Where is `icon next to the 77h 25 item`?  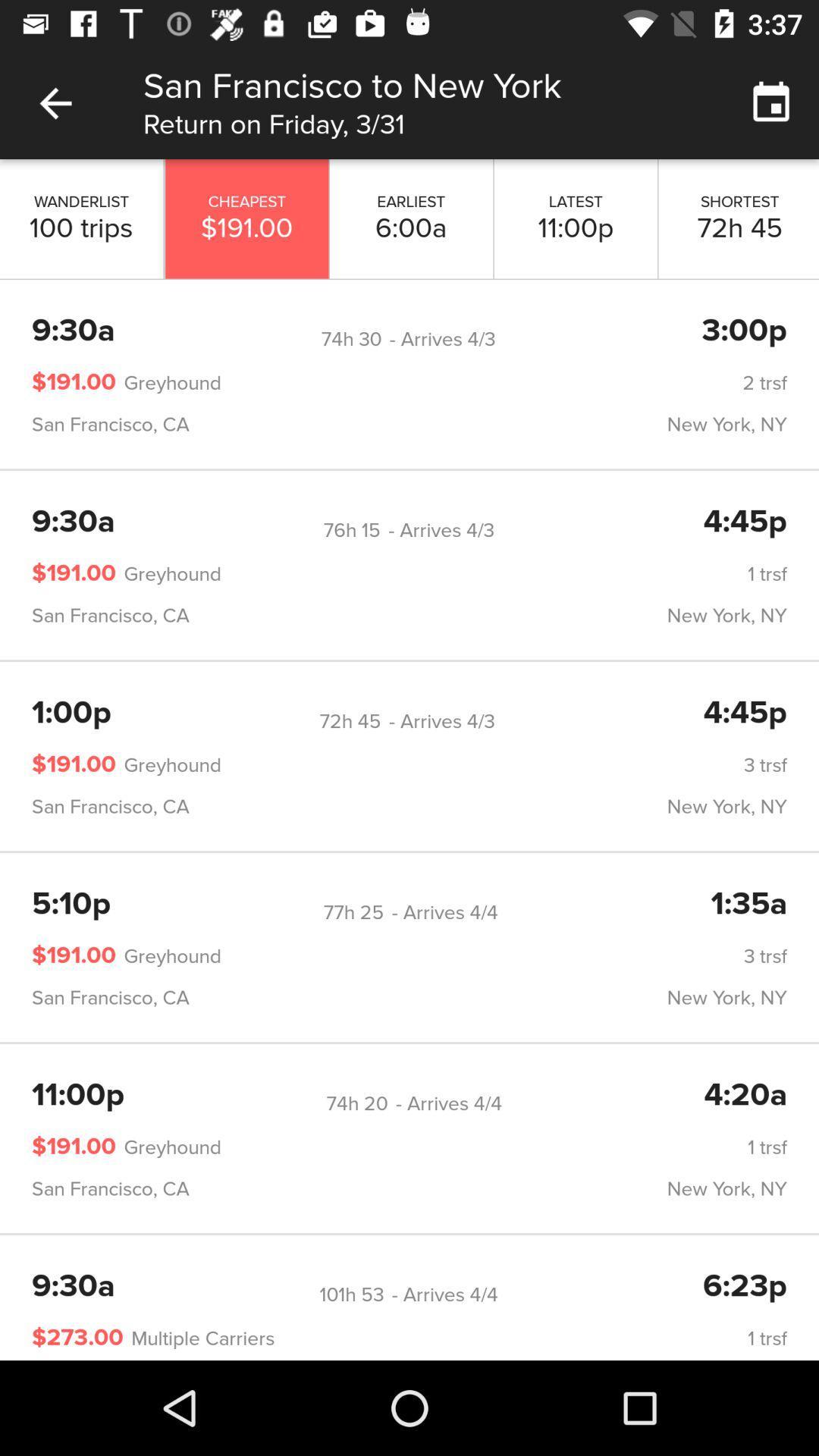
icon next to the 77h 25 item is located at coordinates (71, 905).